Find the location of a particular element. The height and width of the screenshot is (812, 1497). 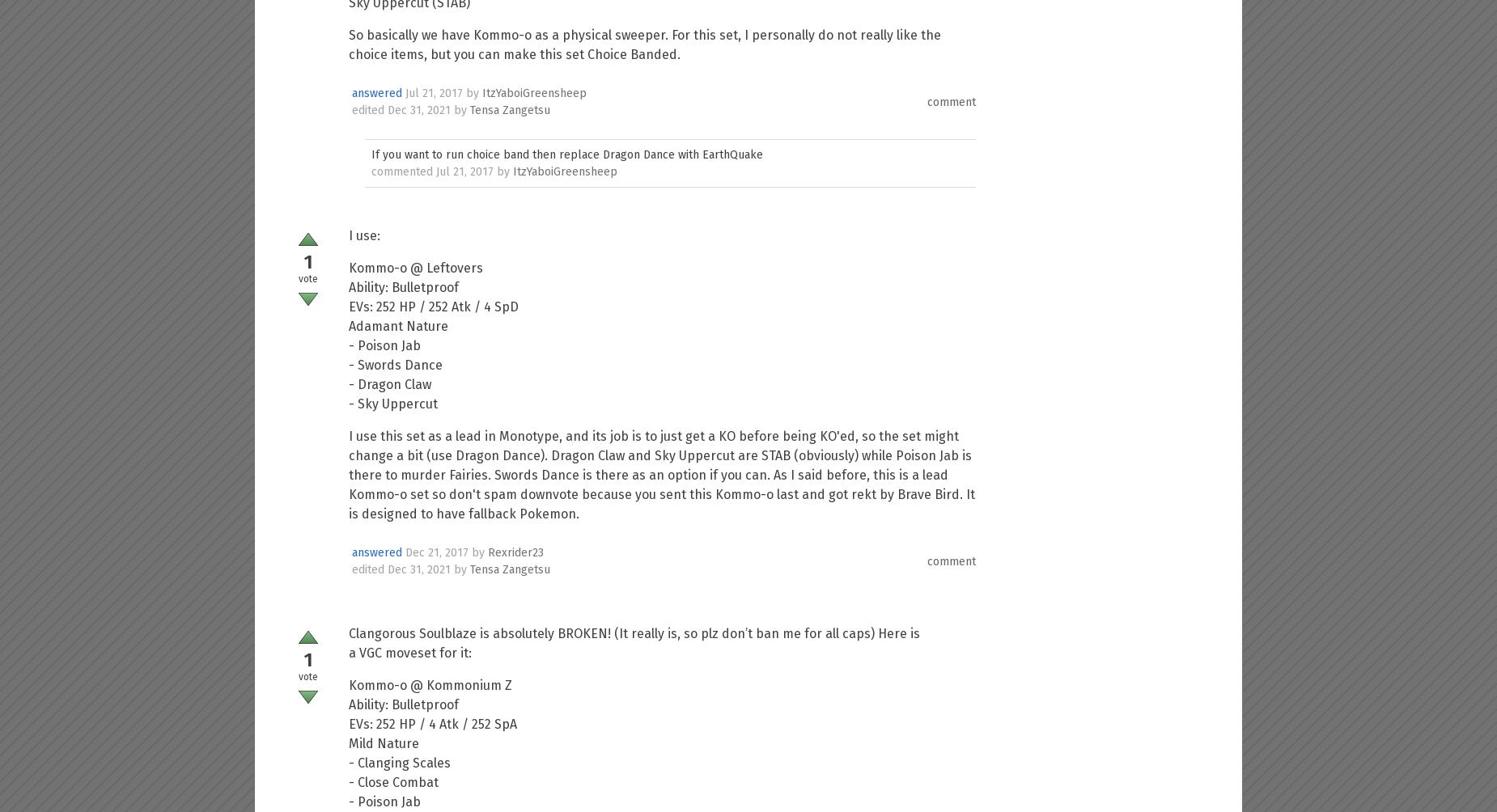

'- Swords Dance' is located at coordinates (395, 364).